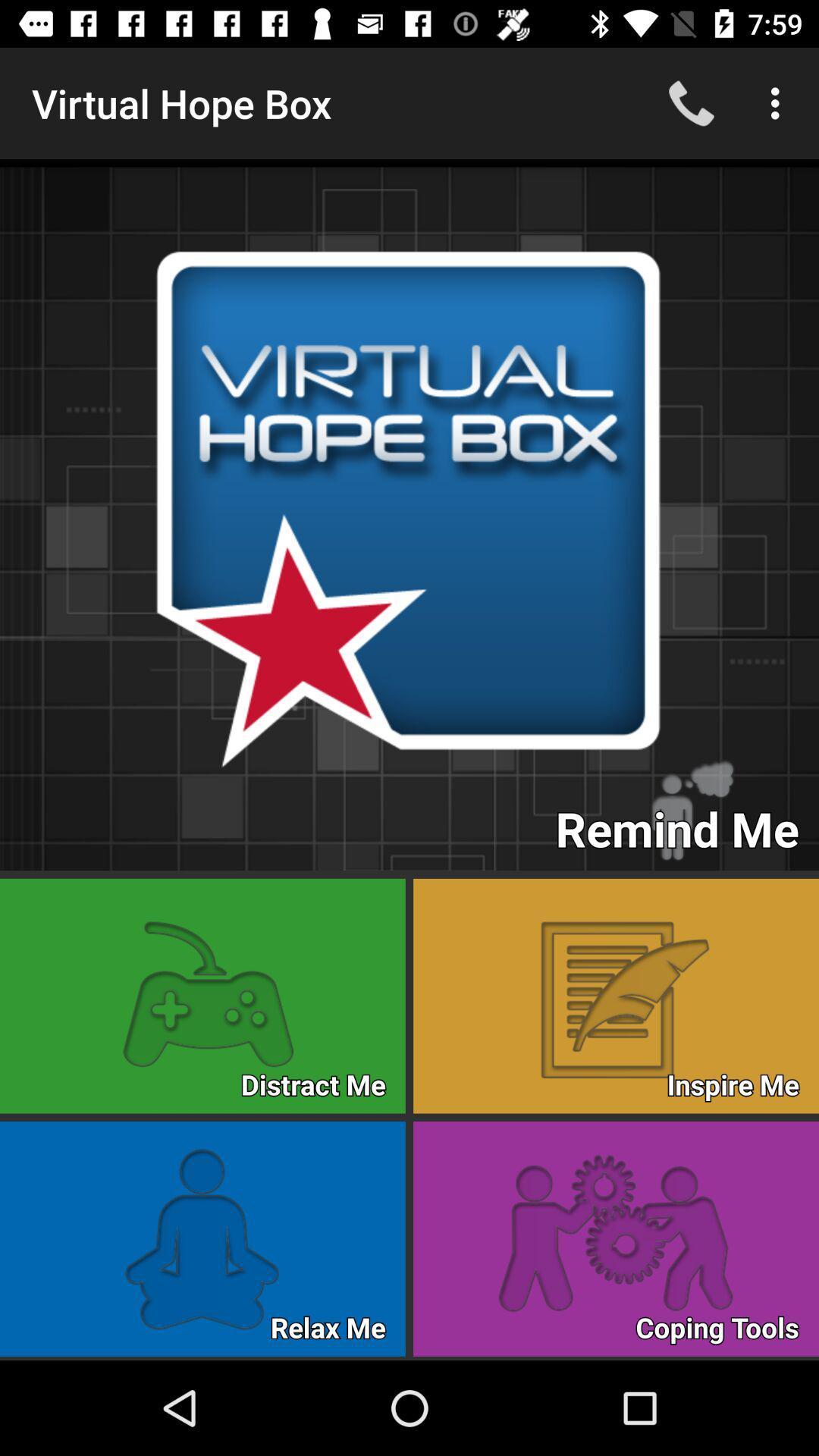 This screenshot has height=1456, width=819. Describe the element at coordinates (691, 102) in the screenshot. I see `the item to the right of virtual hope box app` at that location.